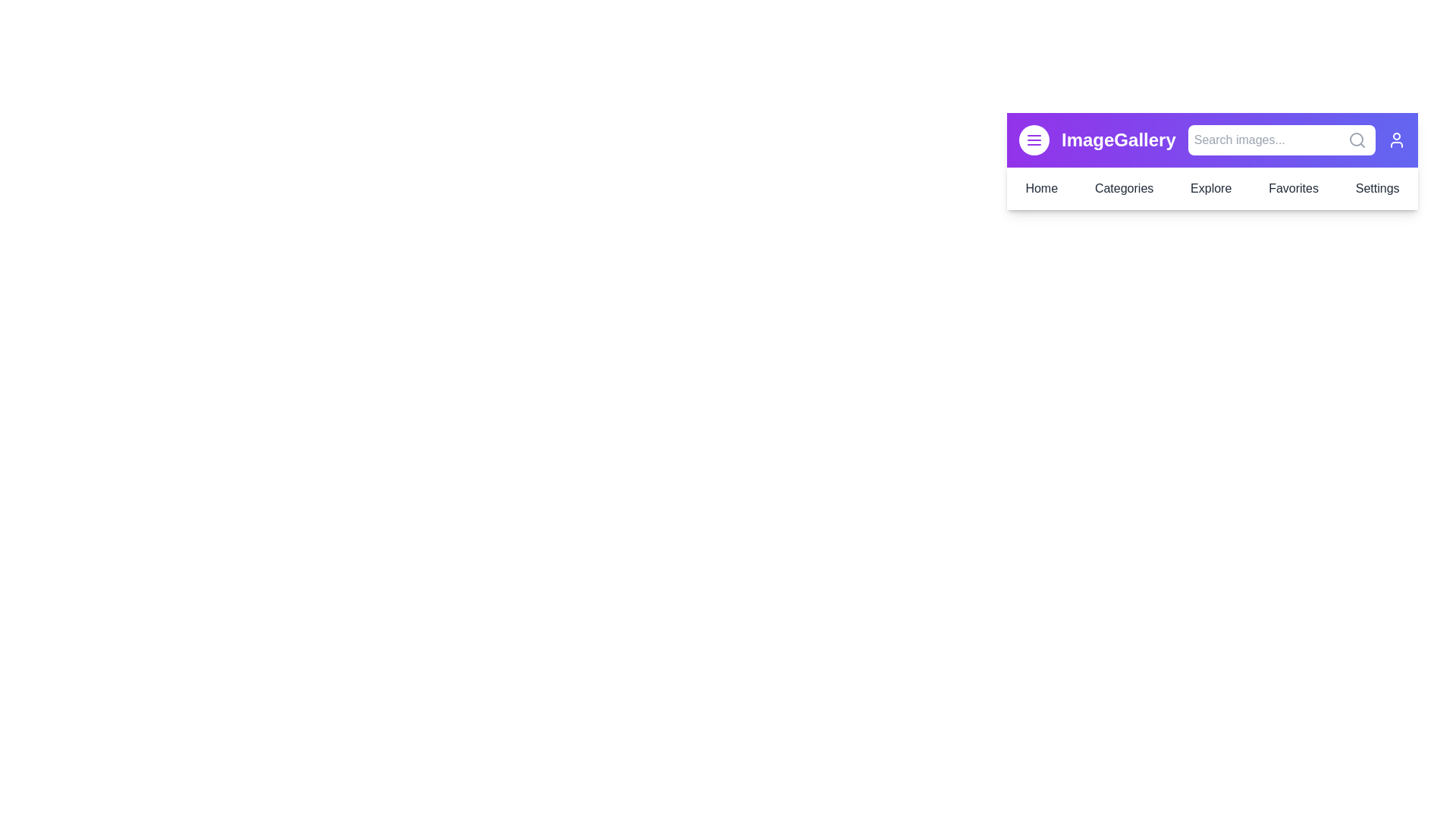 The height and width of the screenshot is (819, 1456). Describe the element at coordinates (1210, 188) in the screenshot. I see `the Explore menu item in the navigation bar` at that location.